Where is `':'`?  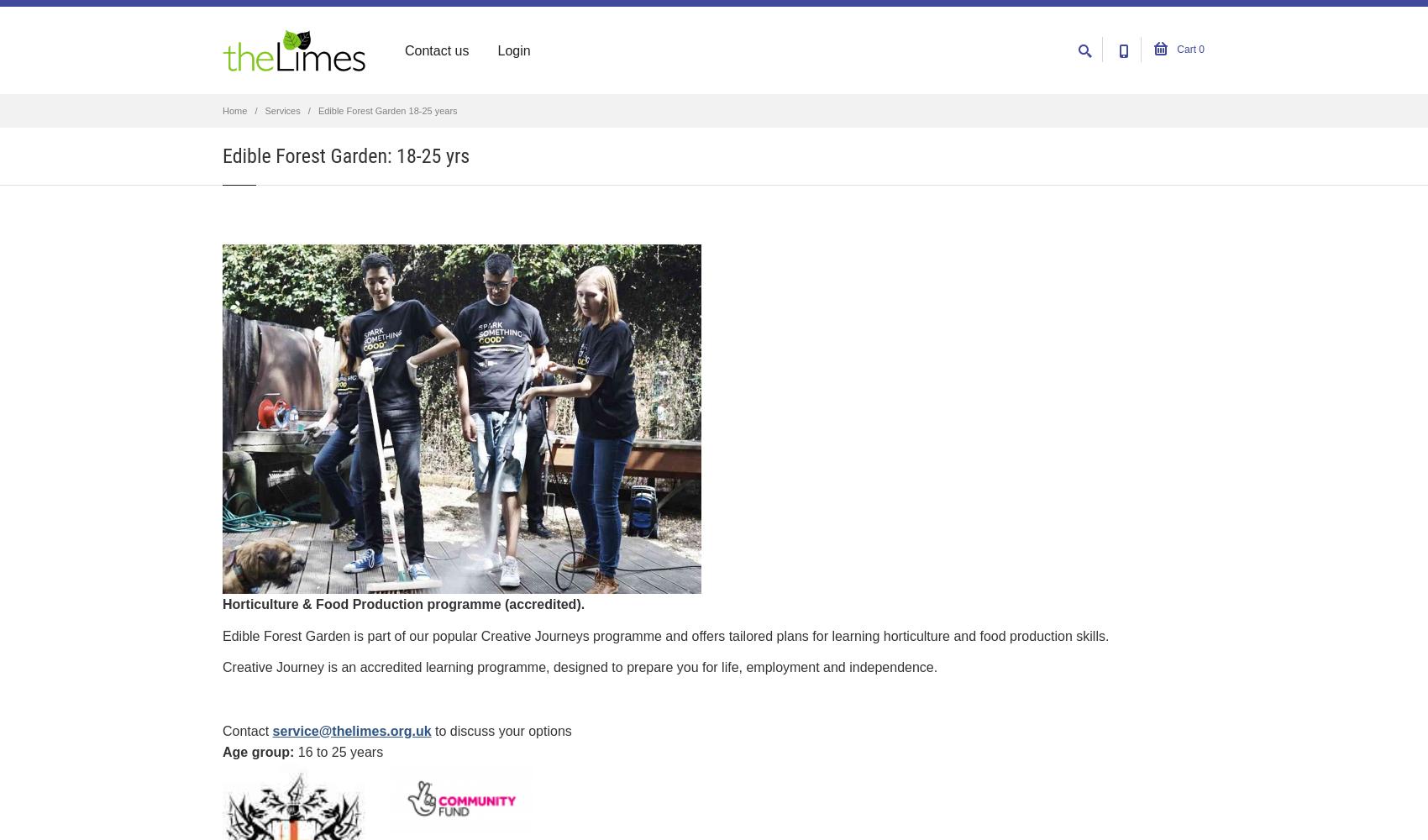
':' is located at coordinates (291, 752).